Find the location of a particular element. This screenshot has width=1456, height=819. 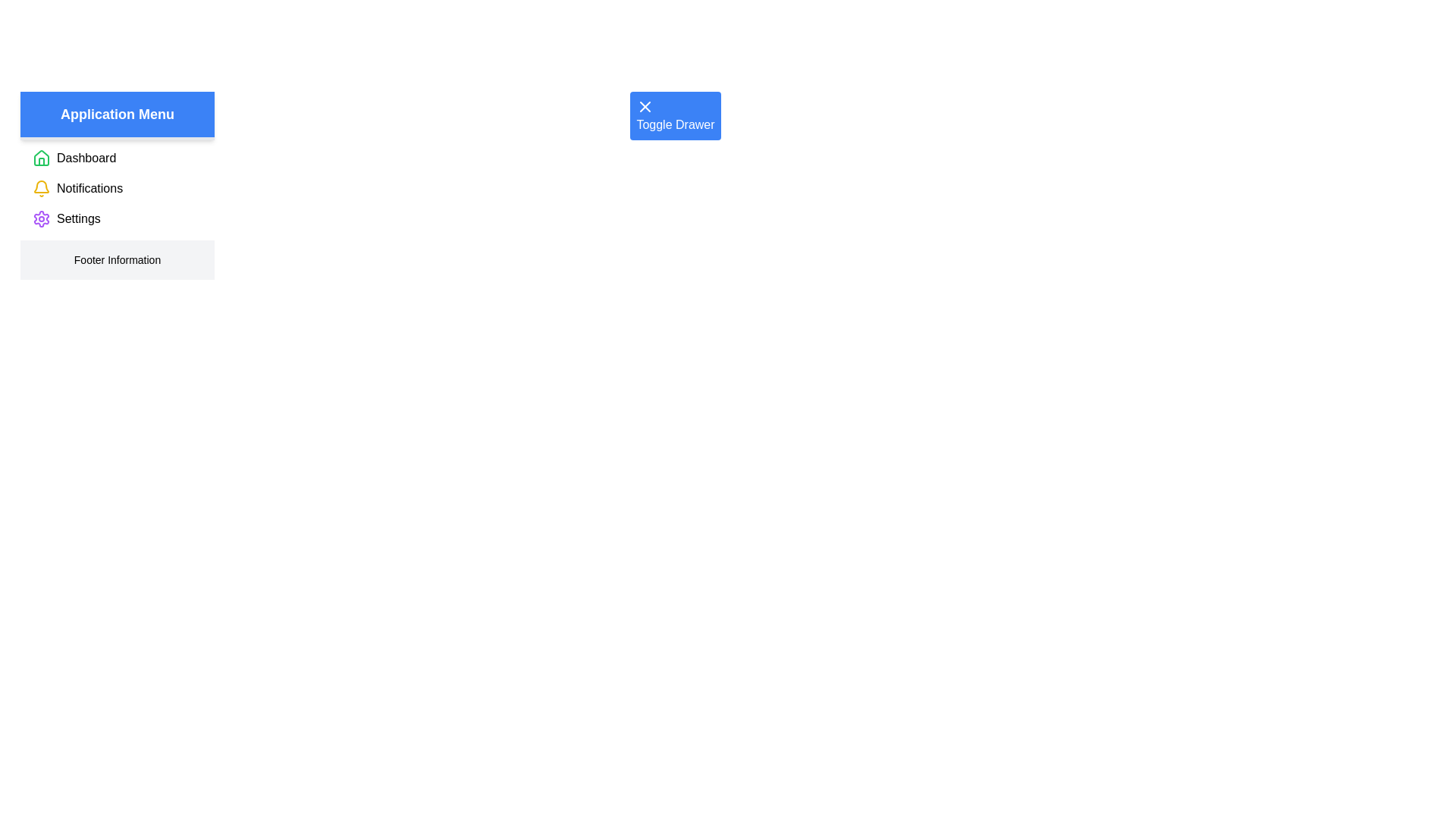

the menu item Dashboard and click it is located at coordinates (86, 158).